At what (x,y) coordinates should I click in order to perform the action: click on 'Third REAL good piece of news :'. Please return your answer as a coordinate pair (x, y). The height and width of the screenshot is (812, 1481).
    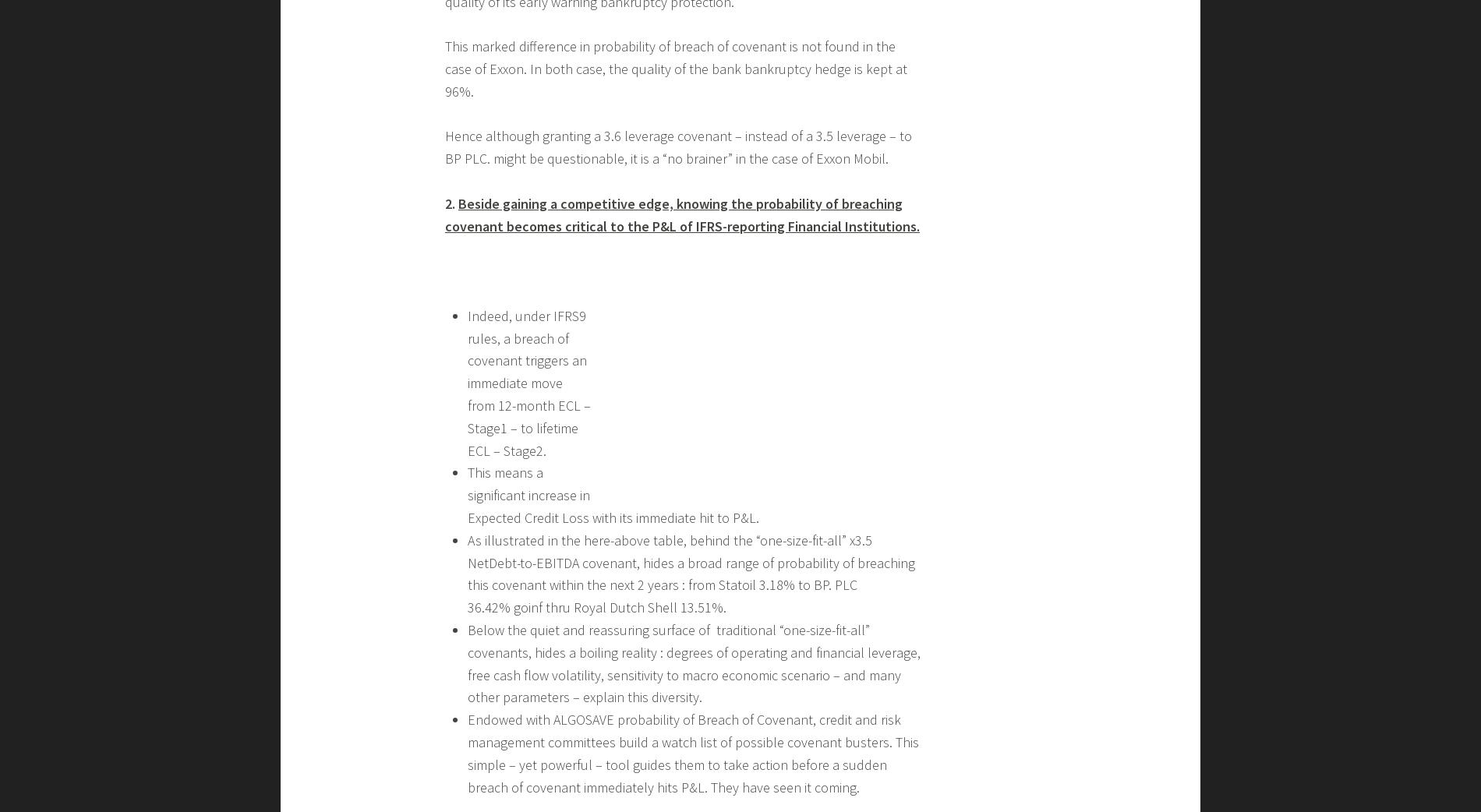
    Looking at the image, I should click on (554, 197).